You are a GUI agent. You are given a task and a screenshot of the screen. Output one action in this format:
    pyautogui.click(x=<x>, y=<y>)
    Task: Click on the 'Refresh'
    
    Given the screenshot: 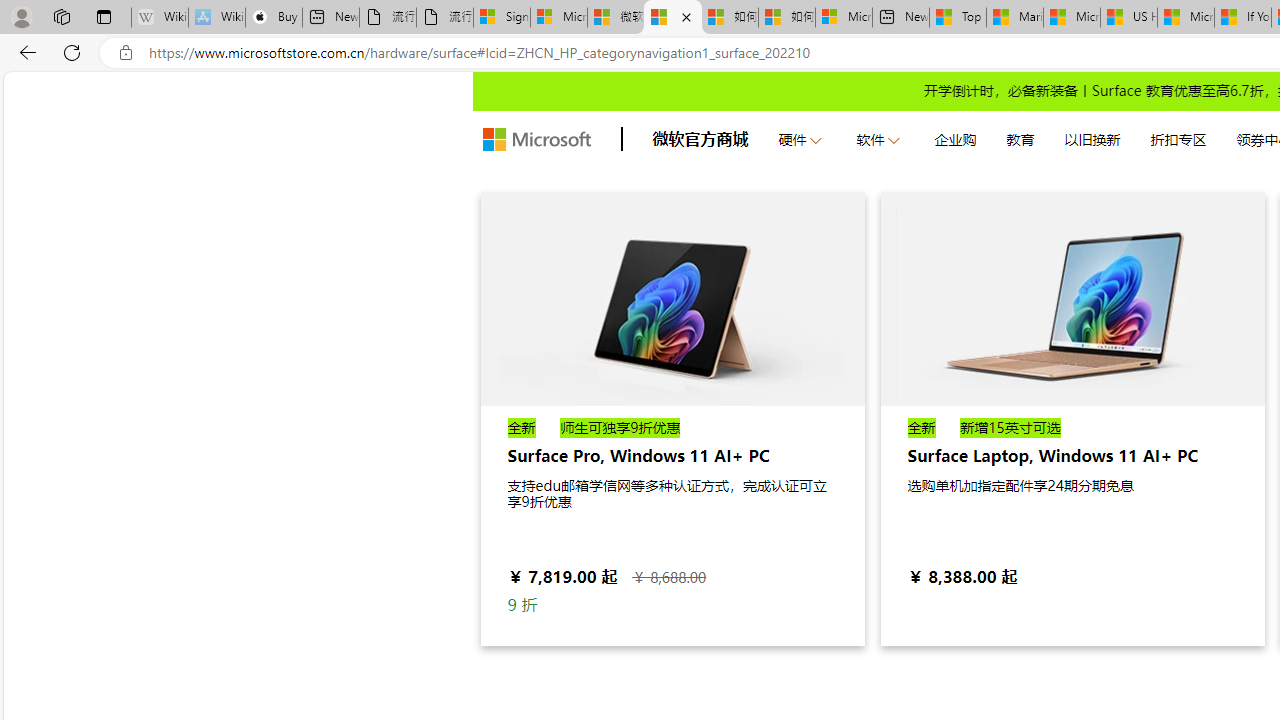 What is the action you would take?
    pyautogui.click(x=72, y=51)
    